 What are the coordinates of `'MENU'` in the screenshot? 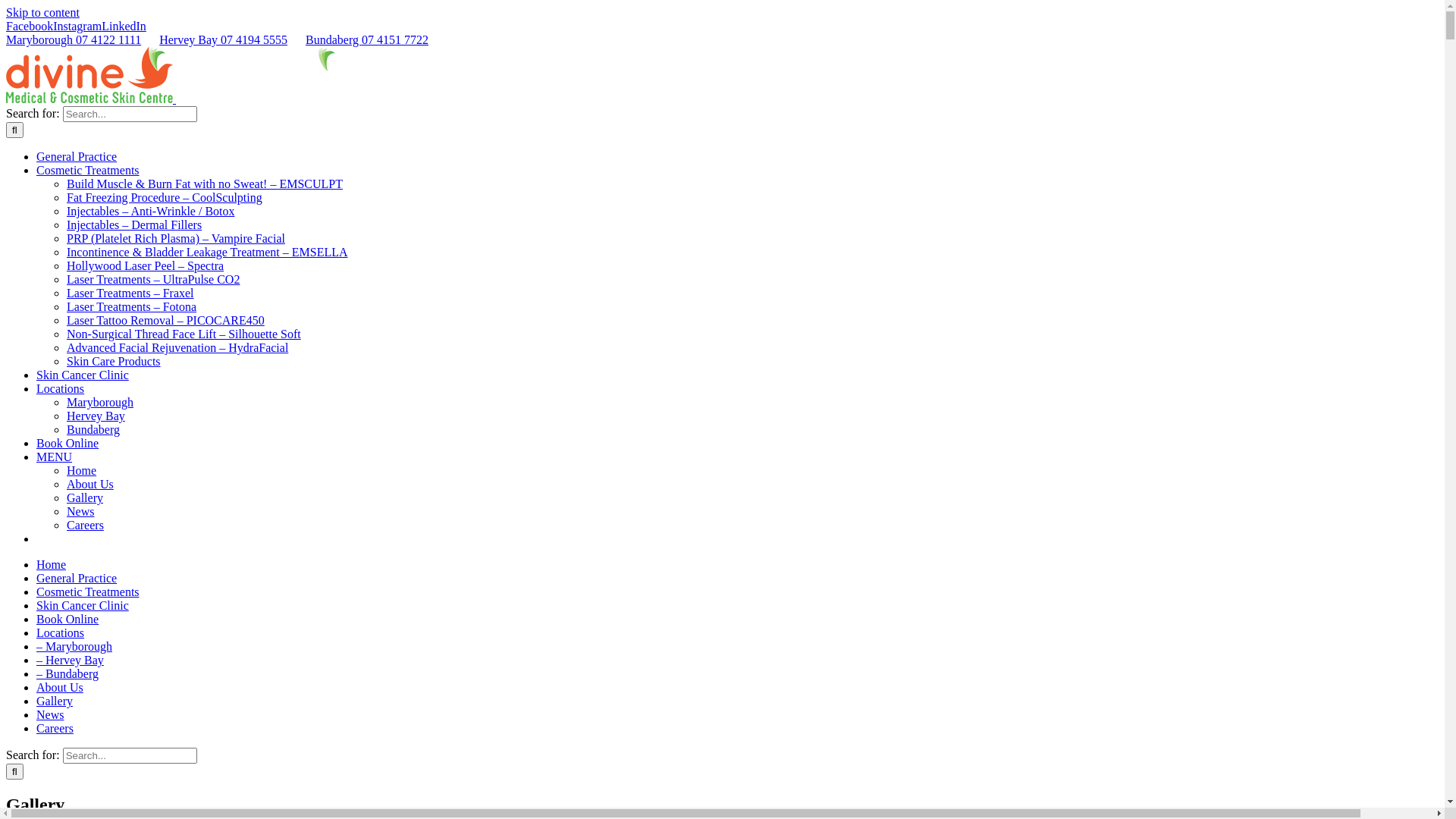 It's located at (54, 456).